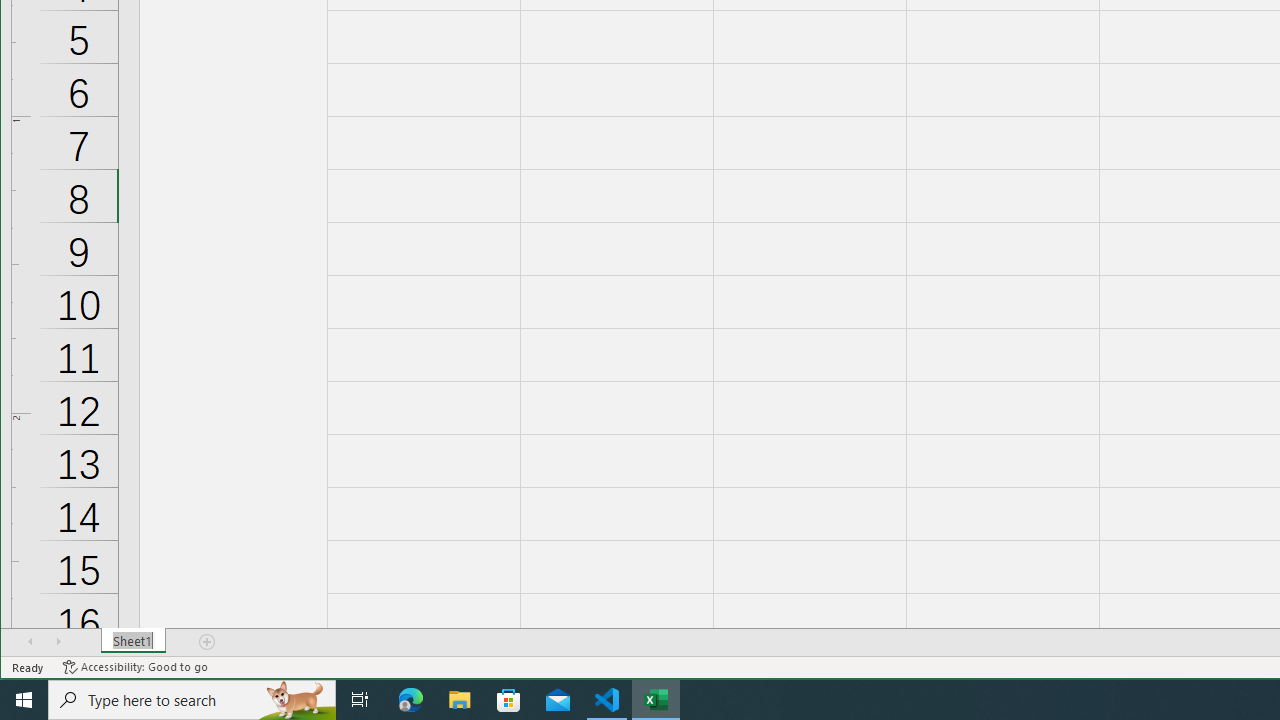 Image resolution: width=1280 pixels, height=720 pixels. What do you see at coordinates (359, 698) in the screenshot?
I see `'Task View'` at bounding box center [359, 698].